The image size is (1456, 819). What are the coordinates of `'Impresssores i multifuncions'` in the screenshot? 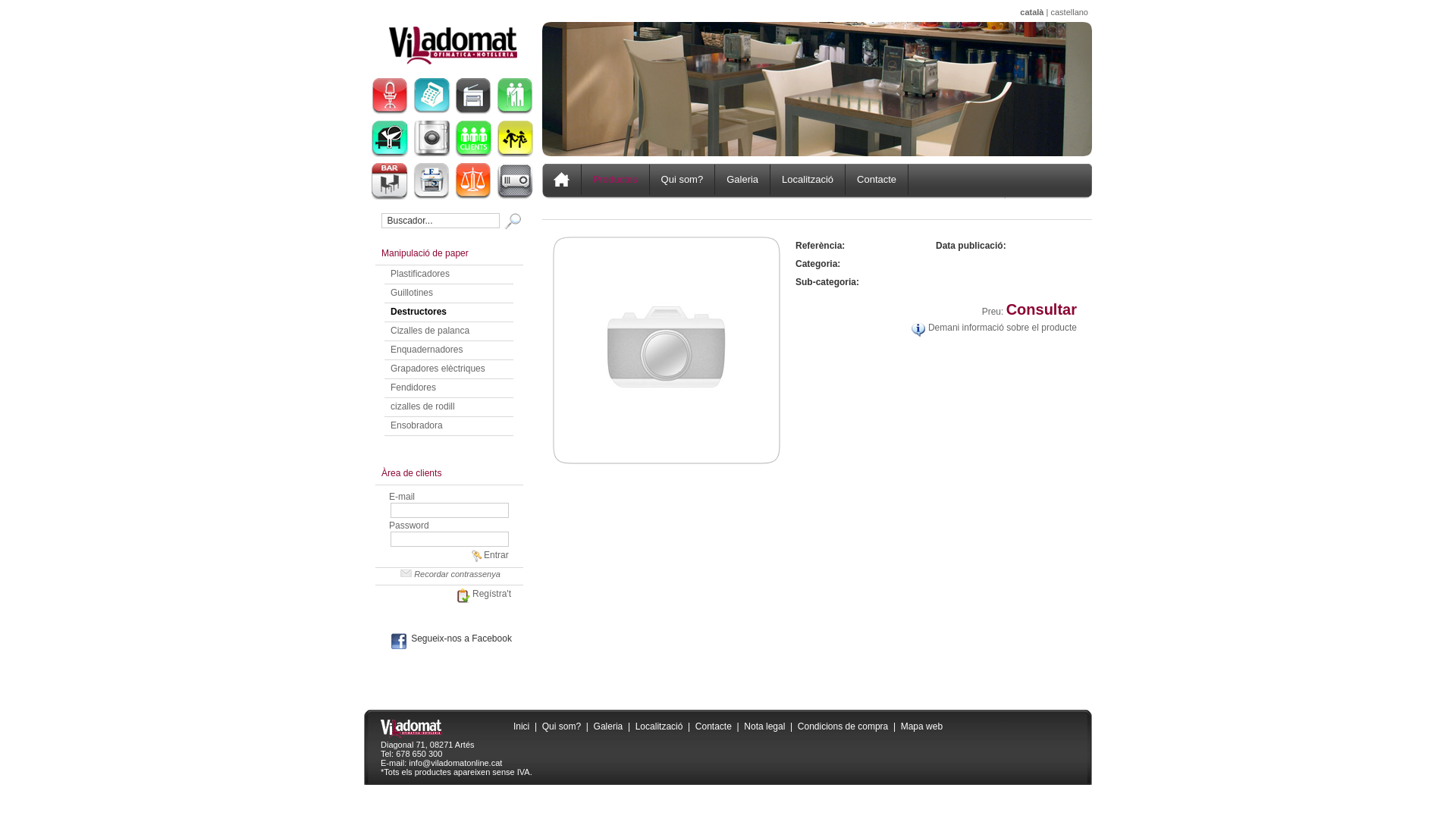 It's located at (472, 96).